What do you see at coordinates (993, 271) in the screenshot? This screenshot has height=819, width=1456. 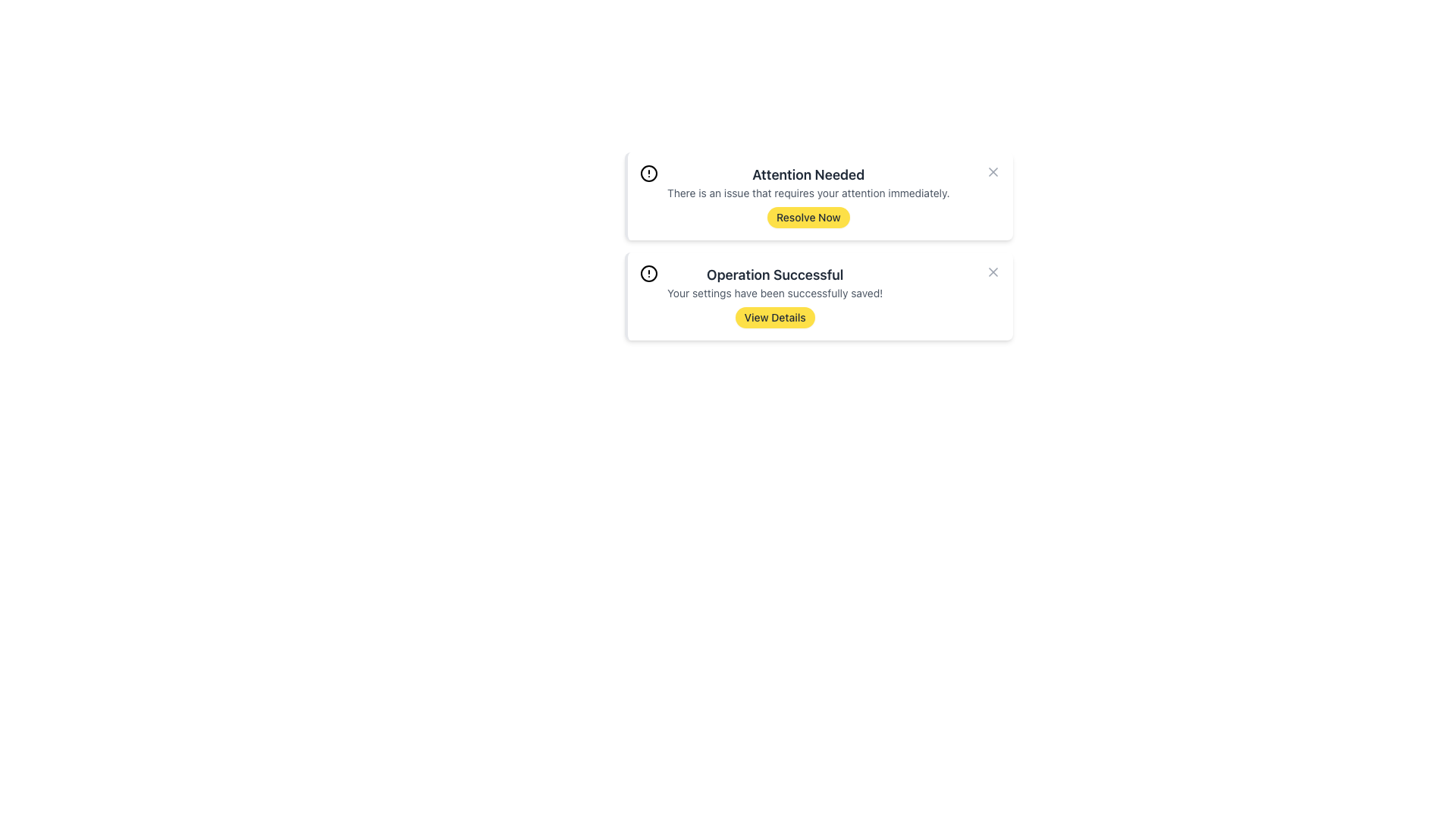 I see `the Close button icon located on the far right side of the 'Operation Successful' notification box` at bounding box center [993, 271].